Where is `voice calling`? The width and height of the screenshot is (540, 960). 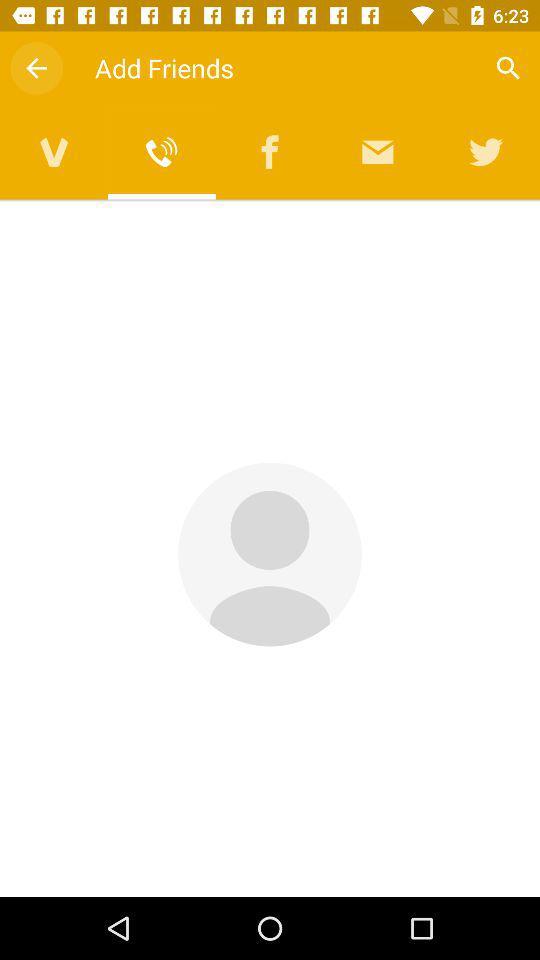 voice calling is located at coordinates (161, 151).